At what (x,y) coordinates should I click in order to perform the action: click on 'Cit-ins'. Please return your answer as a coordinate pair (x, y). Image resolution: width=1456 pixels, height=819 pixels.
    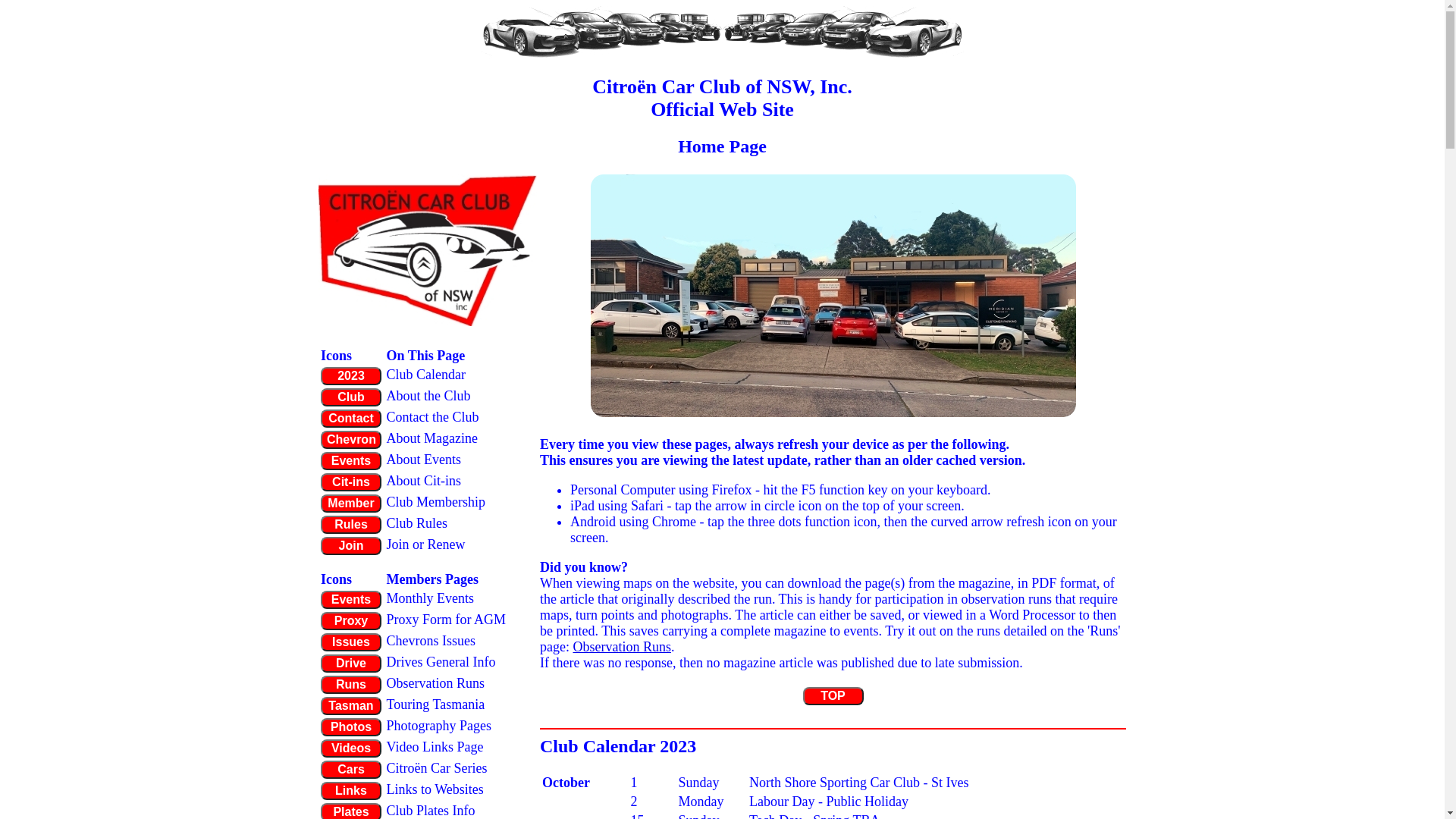
    Looking at the image, I should click on (319, 482).